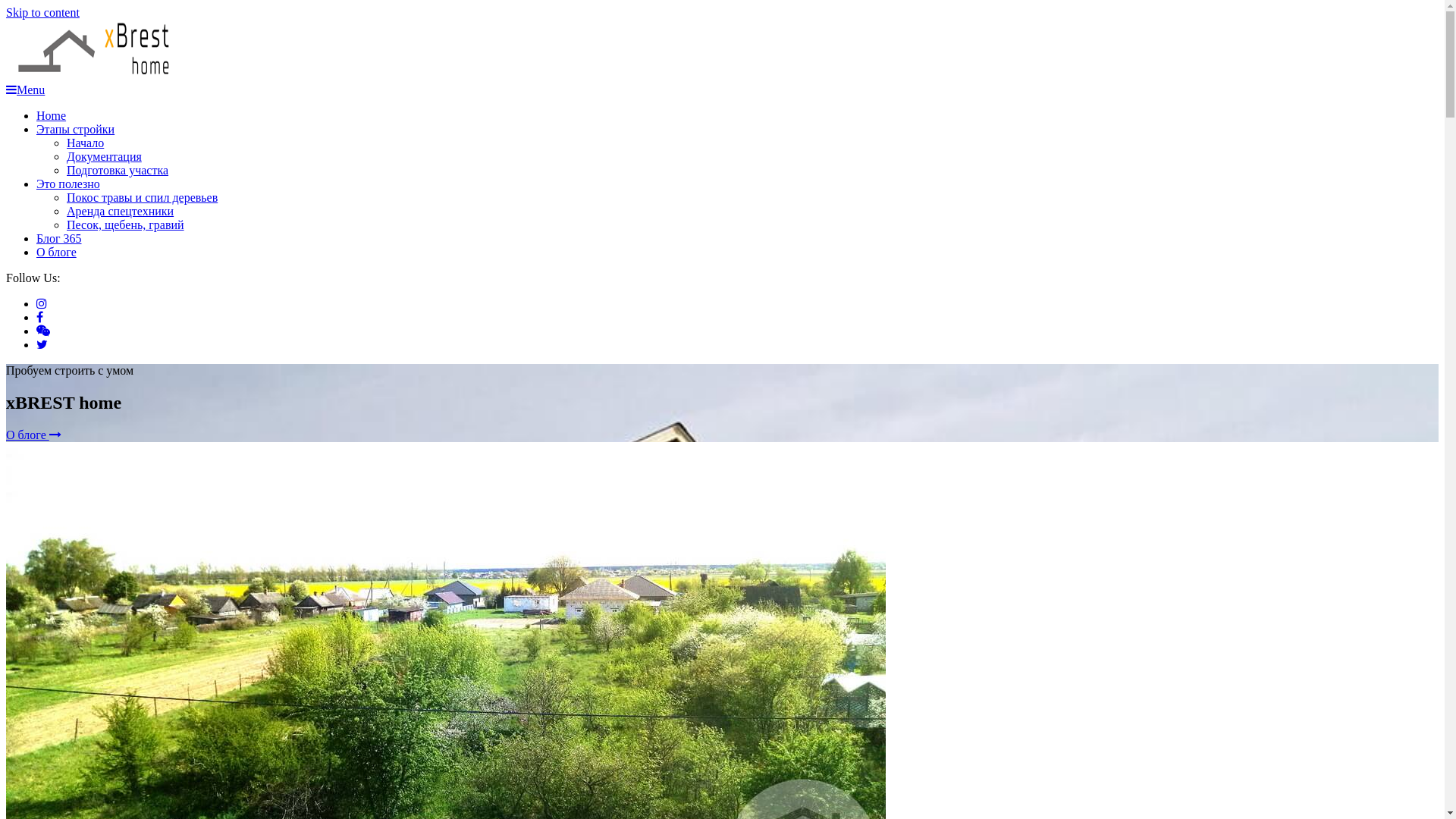 Image resolution: width=1456 pixels, height=819 pixels. Describe the element at coordinates (51, 115) in the screenshot. I see `'Home'` at that location.